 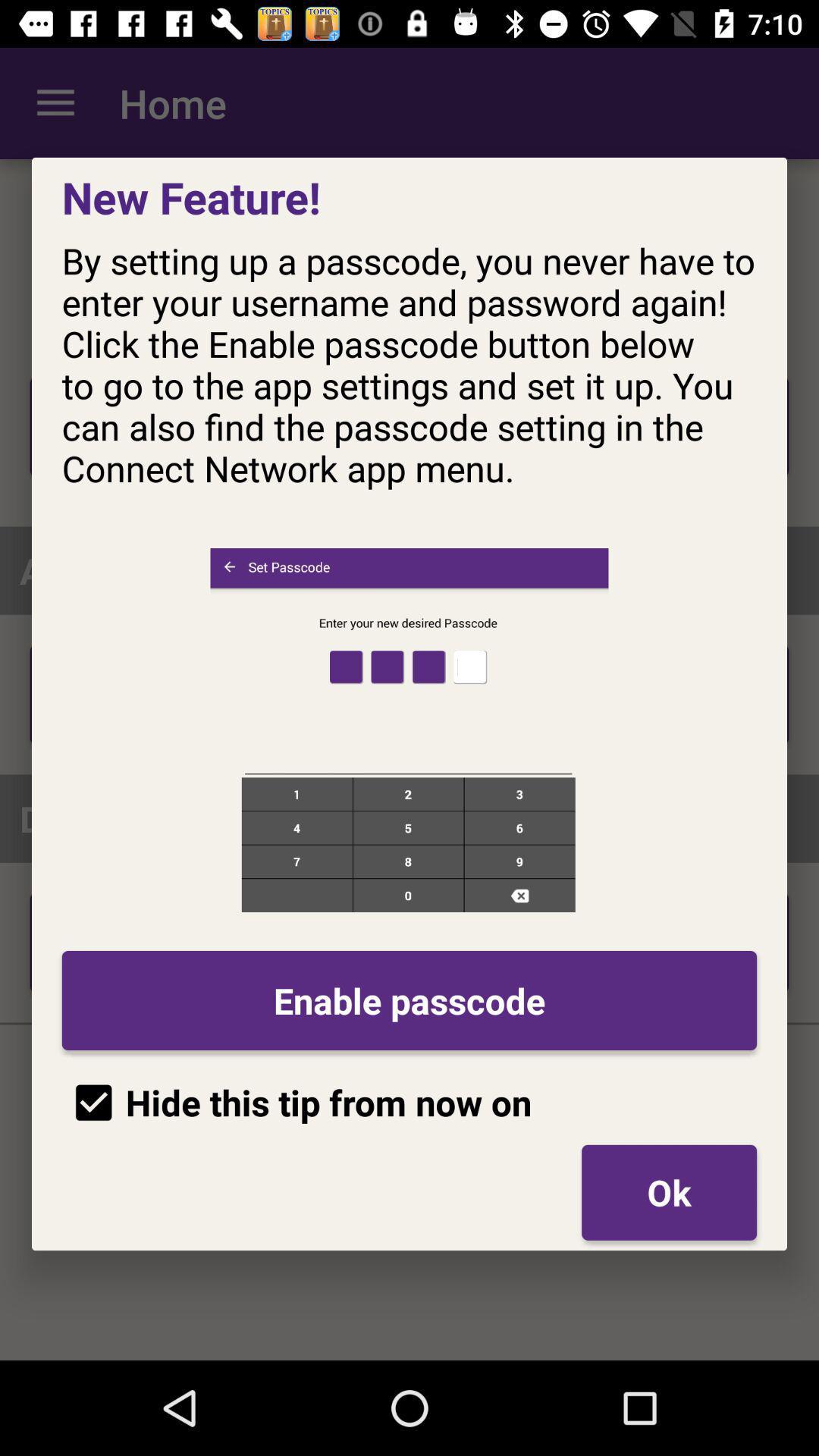 I want to click on hide this tip item, so click(x=297, y=1103).